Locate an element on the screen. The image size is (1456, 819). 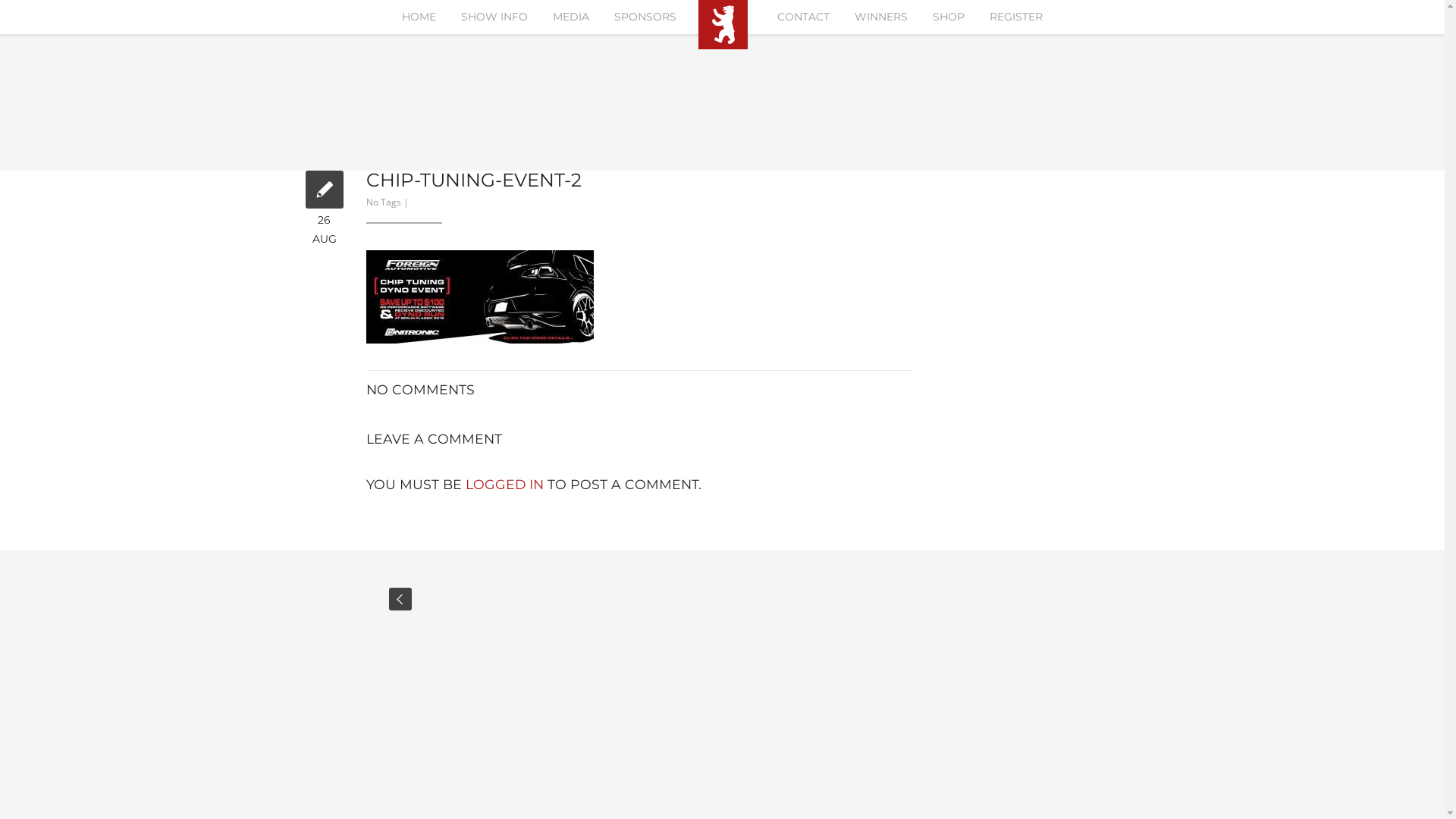
'WINNERS' is located at coordinates (880, 17).